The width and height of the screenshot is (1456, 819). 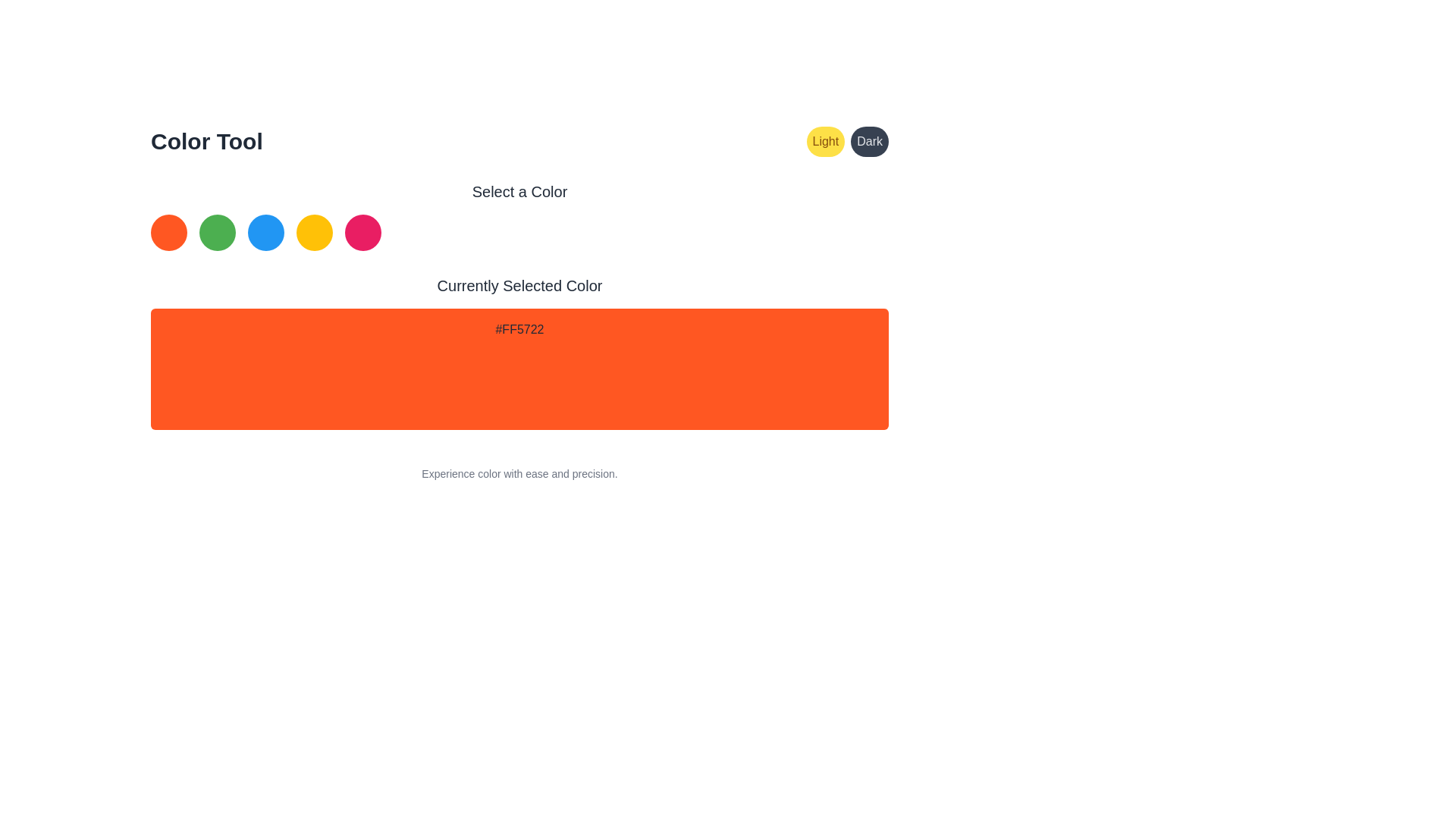 What do you see at coordinates (362, 233) in the screenshot?
I see `the vibrant magenta circular button, which is the fifth button in a horizontal row of five` at bounding box center [362, 233].